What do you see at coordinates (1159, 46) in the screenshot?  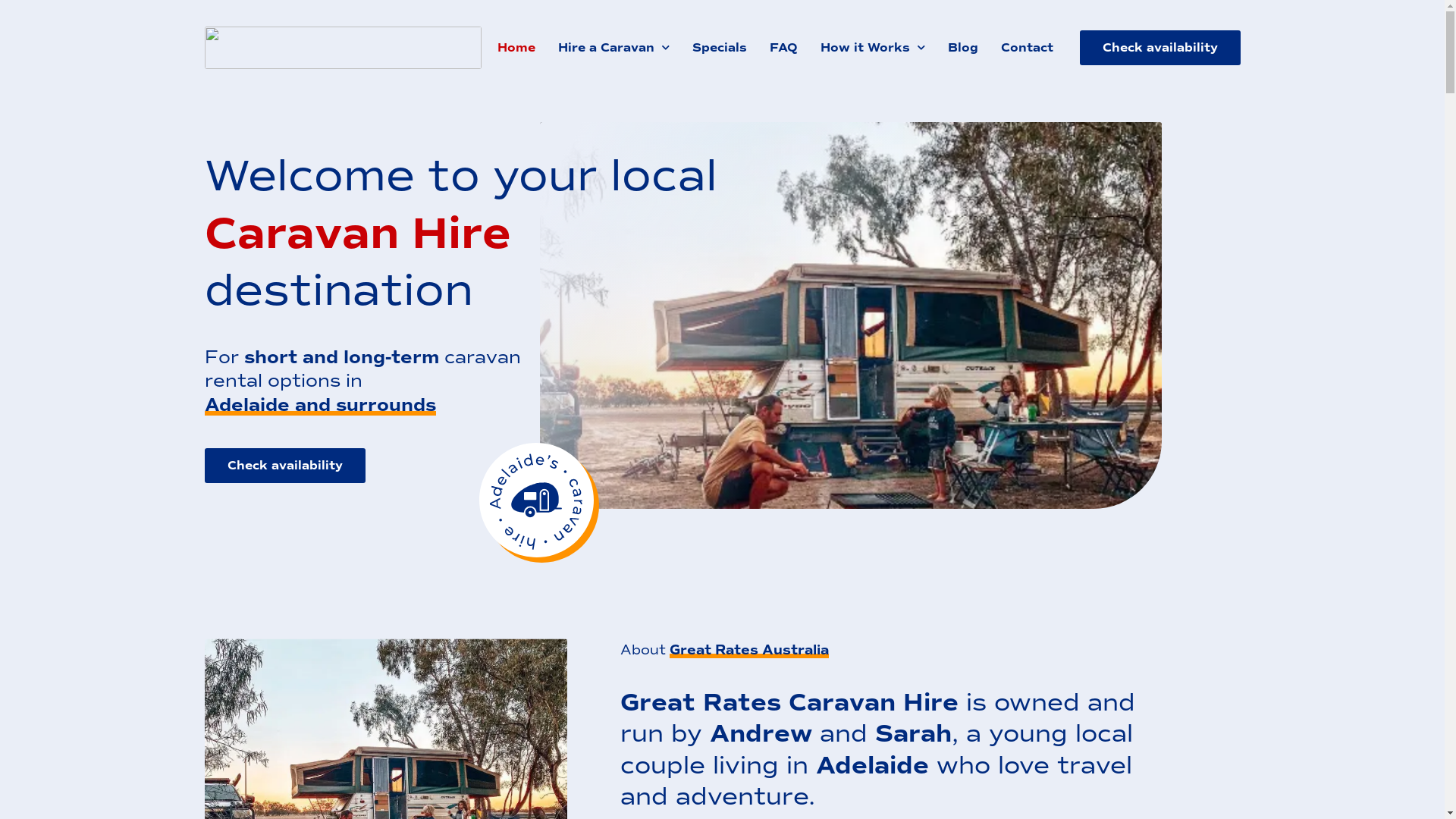 I see `'Check availability'` at bounding box center [1159, 46].